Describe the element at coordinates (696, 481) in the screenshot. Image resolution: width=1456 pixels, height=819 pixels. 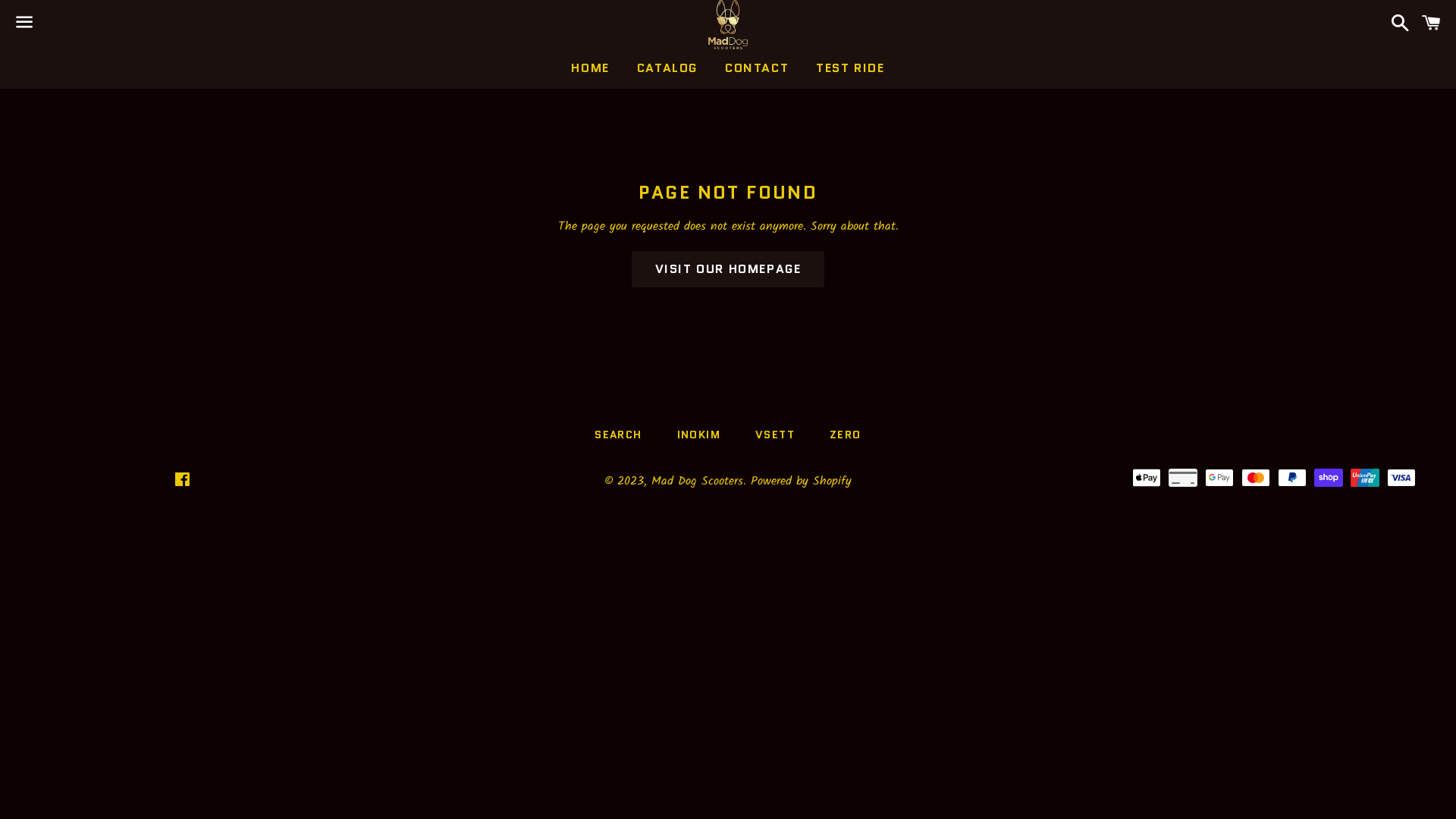
I see `'Mad Dog Scooters'` at that location.